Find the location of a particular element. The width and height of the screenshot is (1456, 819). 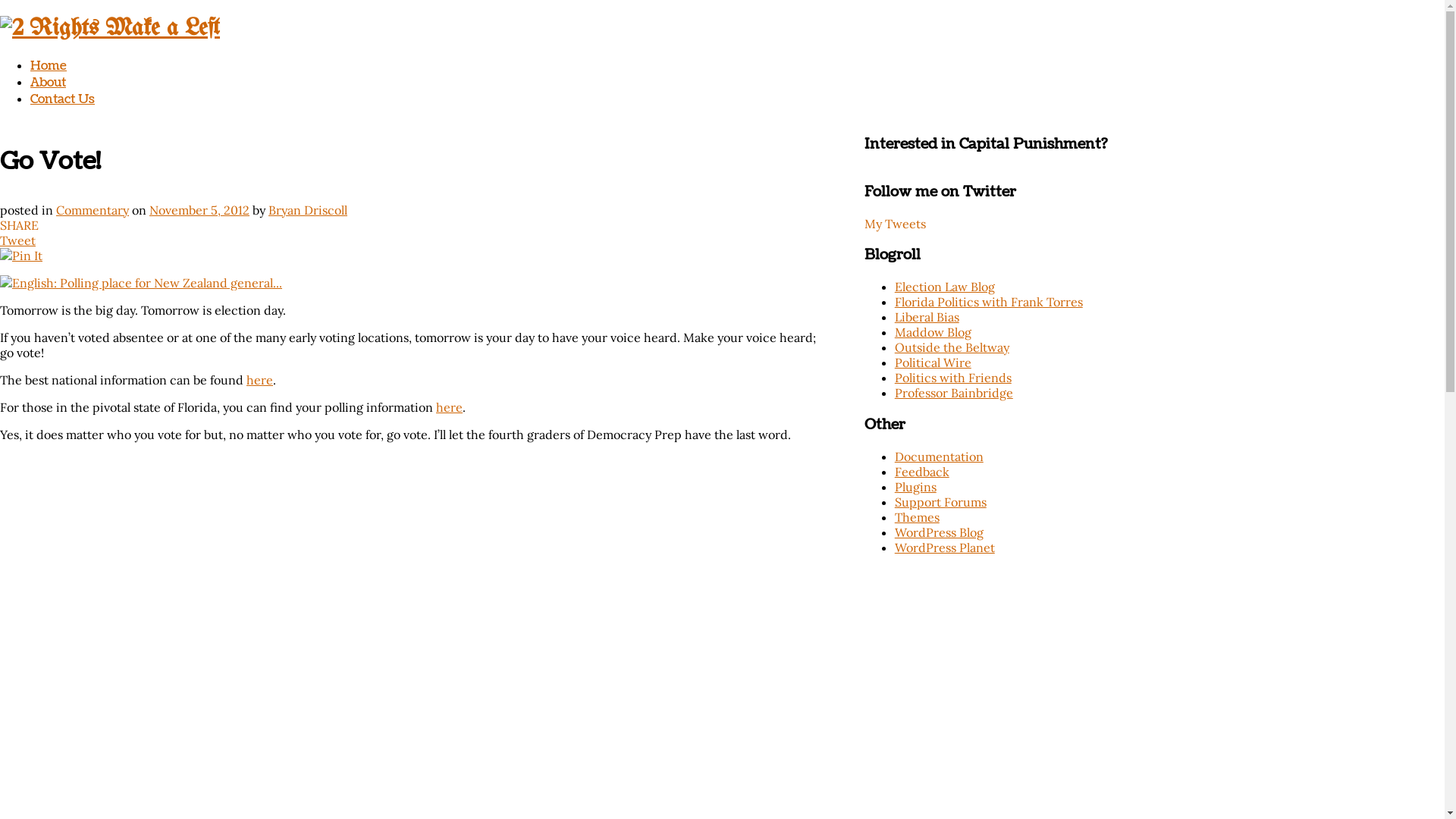

'Tweet' is located at coordinates (17, 239).